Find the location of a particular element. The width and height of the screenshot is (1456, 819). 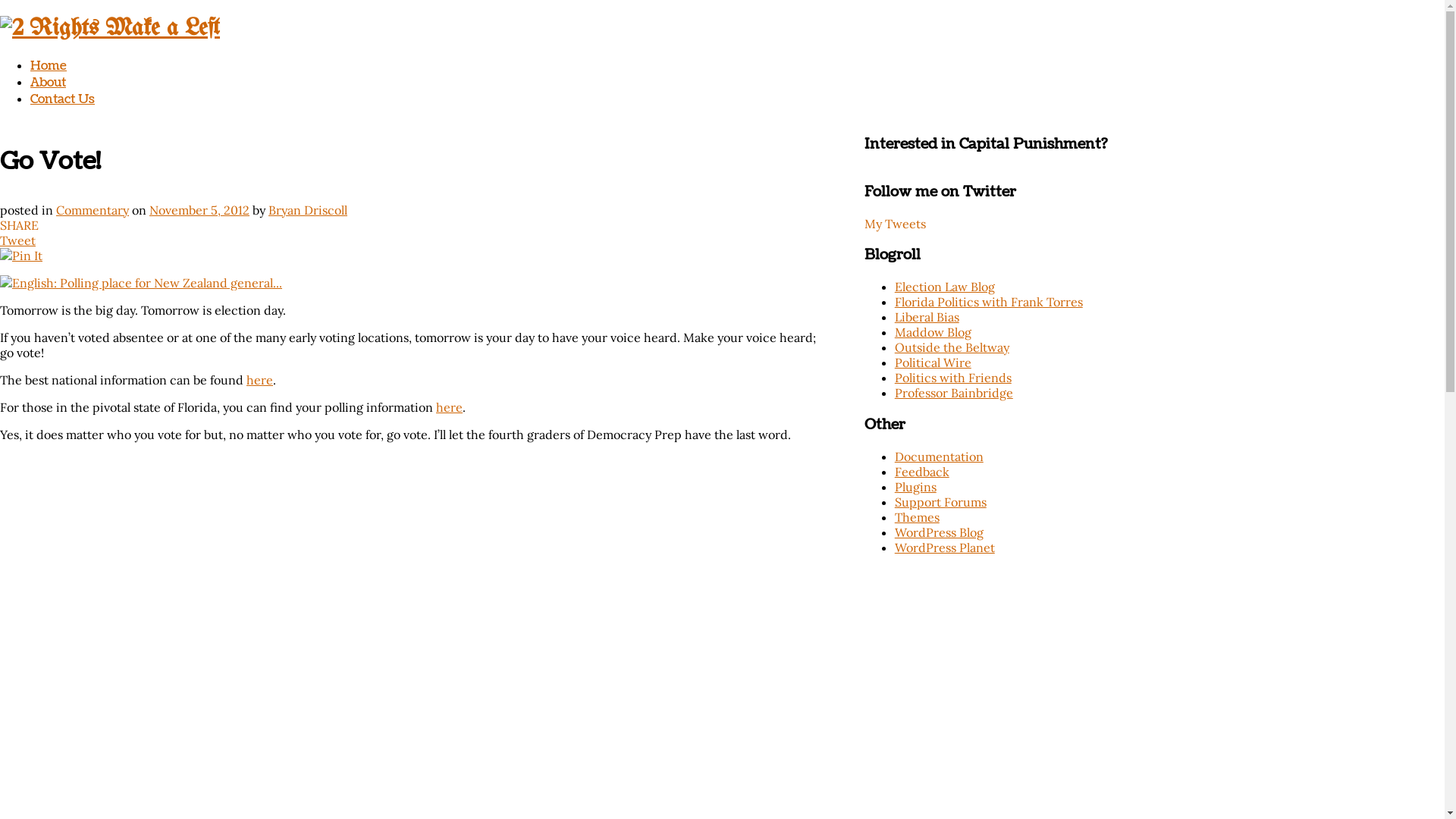

'Tweet' is located at coordinates (17, 239).